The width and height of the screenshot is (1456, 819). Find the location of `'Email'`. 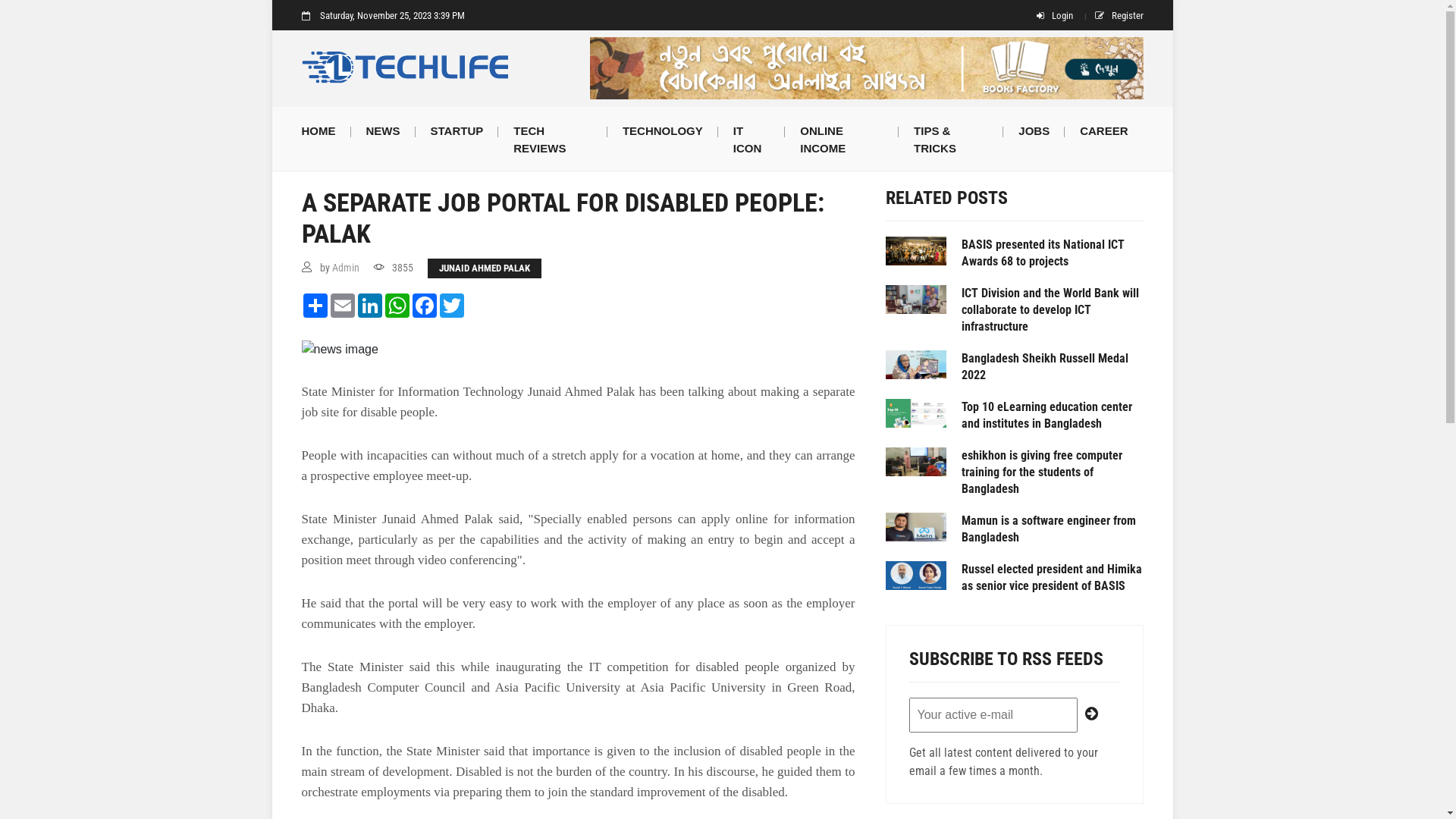

'Email' is located at coordinates (341, 305).